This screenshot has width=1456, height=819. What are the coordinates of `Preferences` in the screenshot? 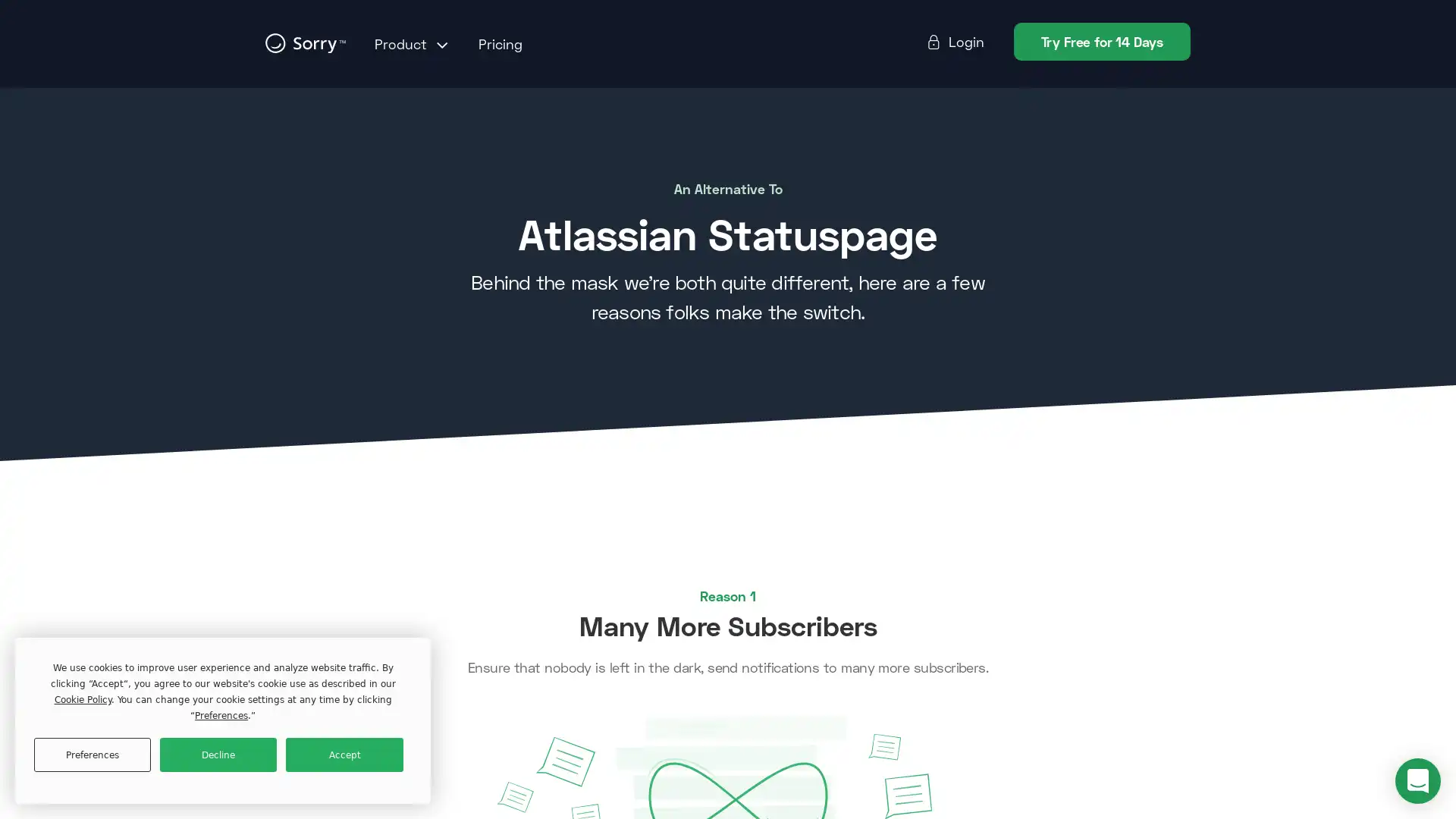 It's located at (91, 755).